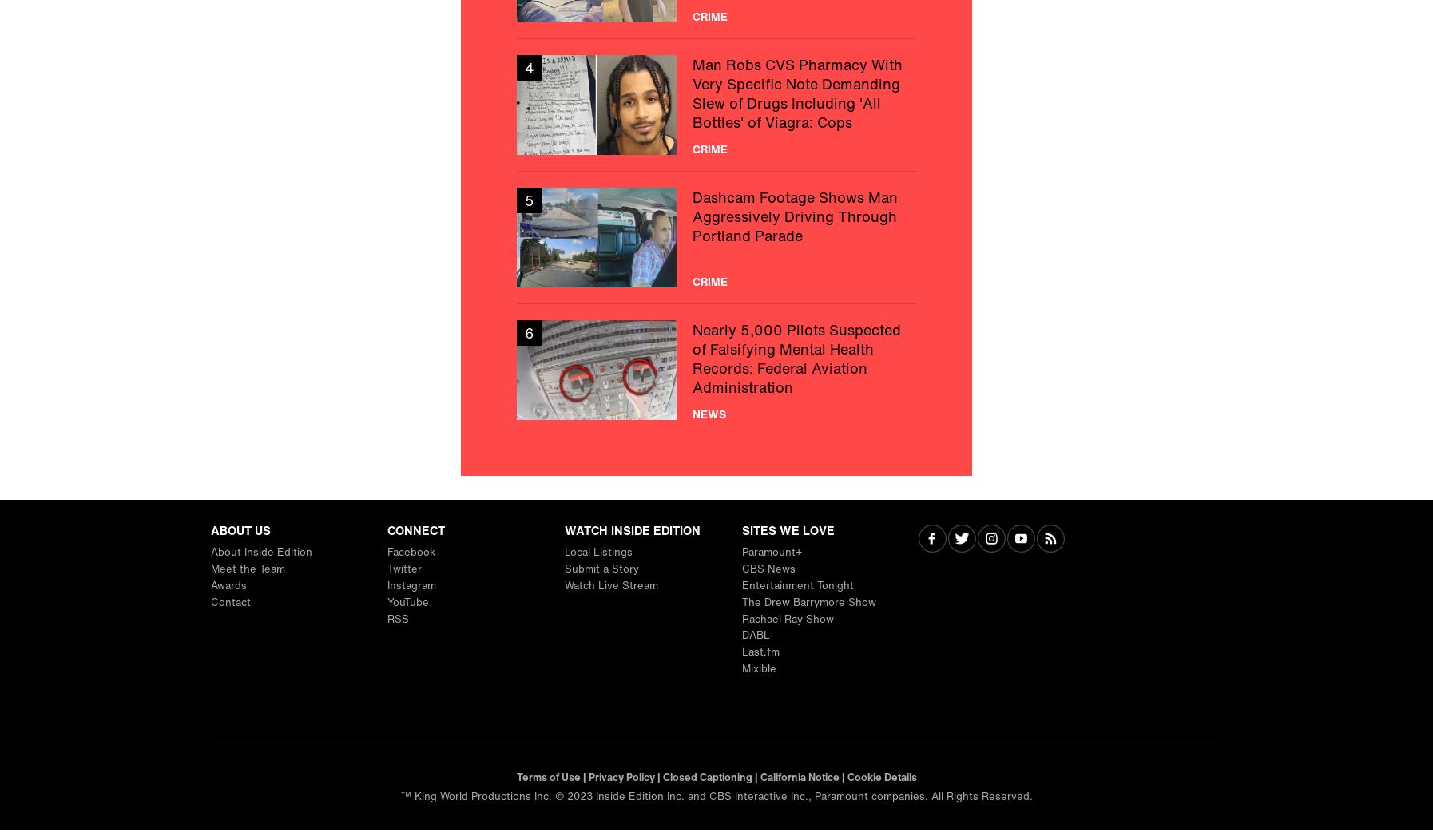 The height and width of the screenshot is (840, 1433). Describe the element at coordinates (716, 795) in the screenshot. I see `'™ King World Productions Inc. © 2023 Inside Edition Inc. and CBS interactive Inc., Paramount companies. All Rights Reserved.'` at that location.